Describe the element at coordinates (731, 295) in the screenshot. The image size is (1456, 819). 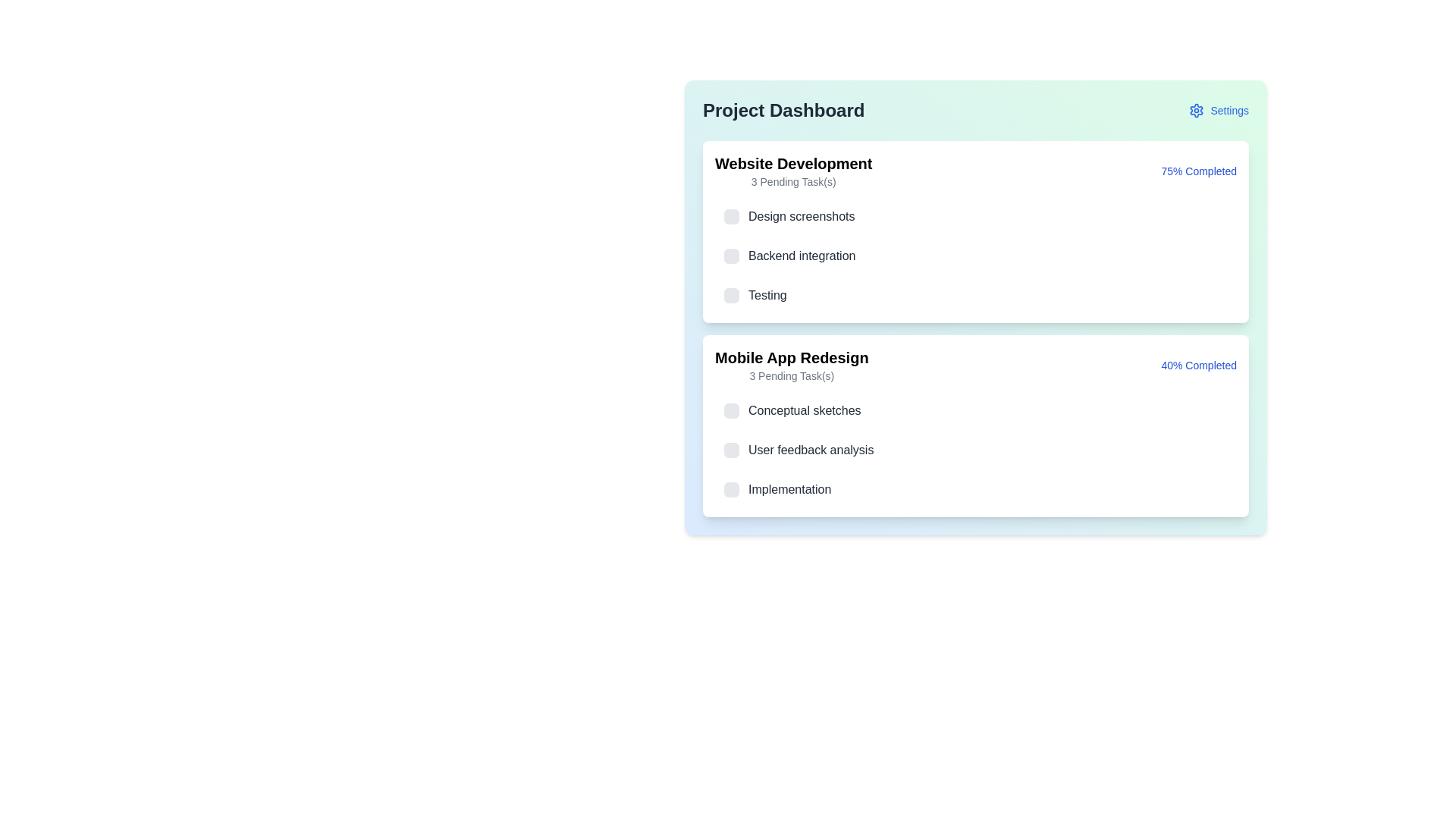
I see `the interactive toggle or checkbox icon, which is a rounded square with a light gray background located to the left of the 'Testing' label in the 'Website Development' section` at that location.